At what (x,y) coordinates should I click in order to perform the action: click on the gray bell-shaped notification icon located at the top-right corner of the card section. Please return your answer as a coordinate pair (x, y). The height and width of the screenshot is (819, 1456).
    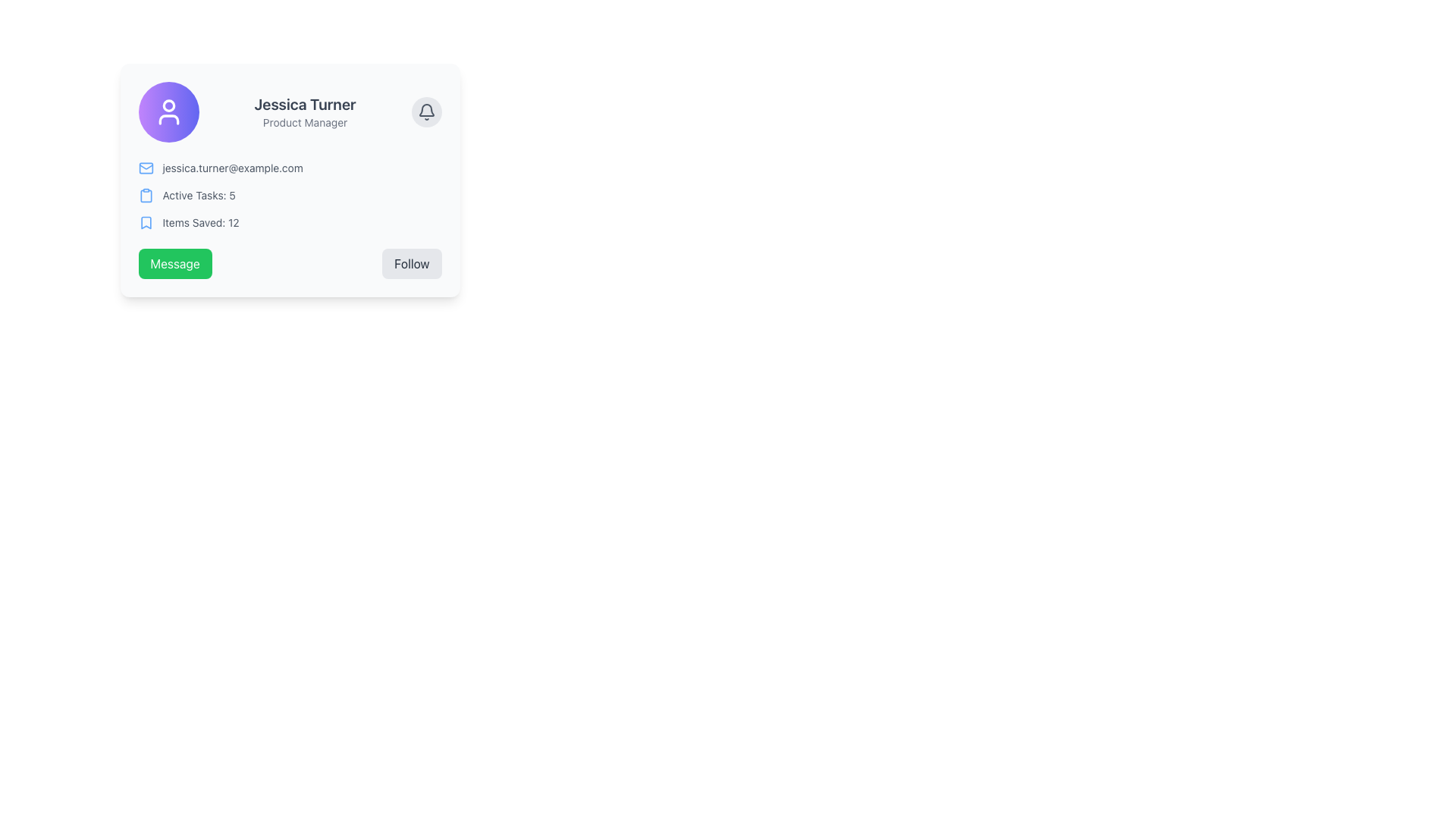
    Looking at the image, I should click on (425, 111).